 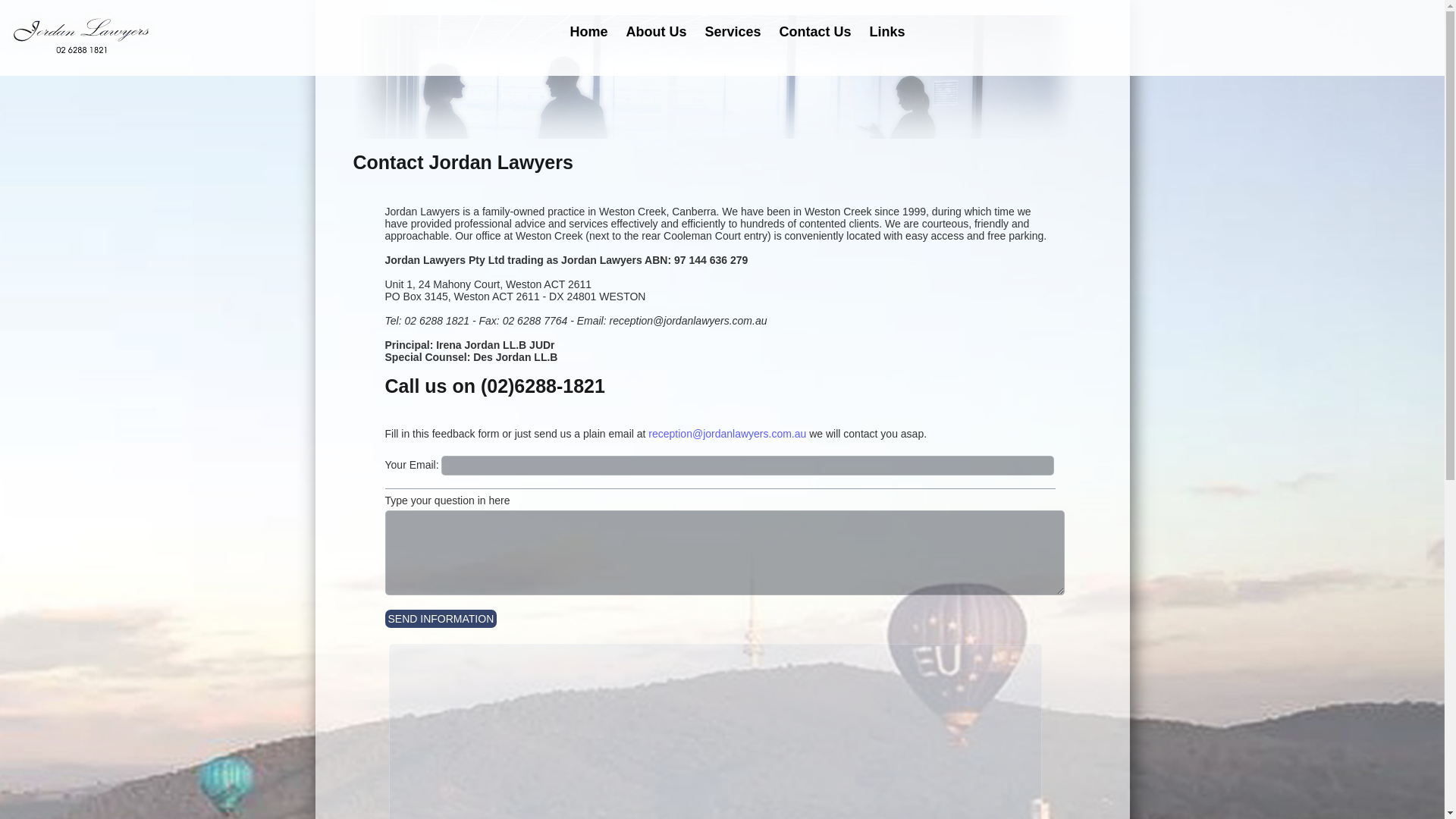 What do you see at coordinates (655, 32) in the screenshot?
I see `'About Us'` at bounding box center [655, 32].